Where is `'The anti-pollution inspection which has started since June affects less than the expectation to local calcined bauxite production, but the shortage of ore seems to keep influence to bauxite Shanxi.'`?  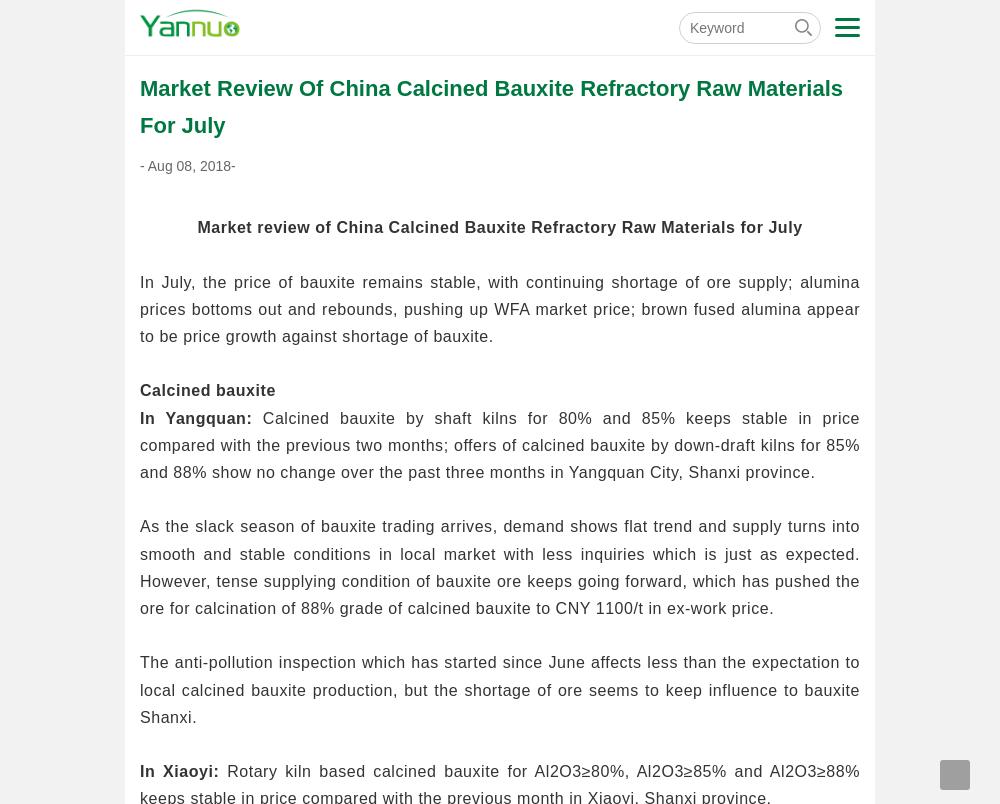 'The anti-pollution inspection which has started since June affects less than the expectation to local calcined bauxite production, but the shortage of ore seems to keep influence to bauxite Shanxi.' is located at coordinates (500, 688).